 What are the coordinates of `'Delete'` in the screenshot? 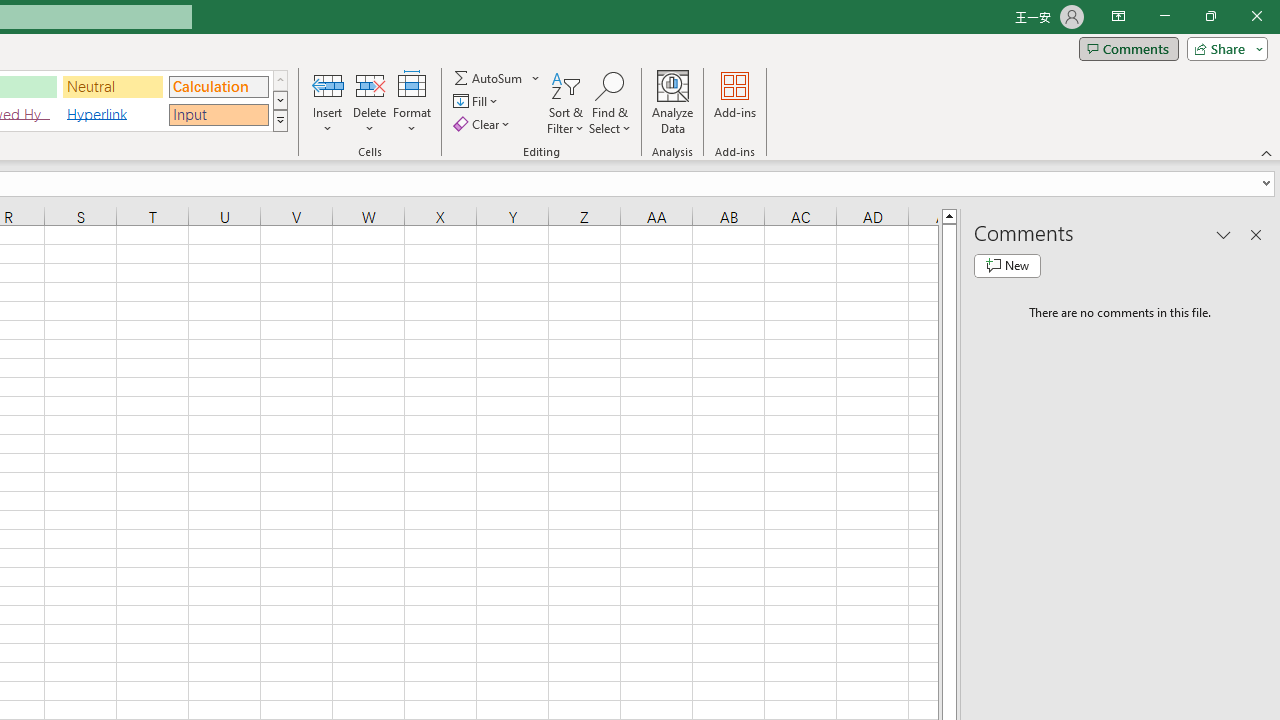 It's located at (369, 103).